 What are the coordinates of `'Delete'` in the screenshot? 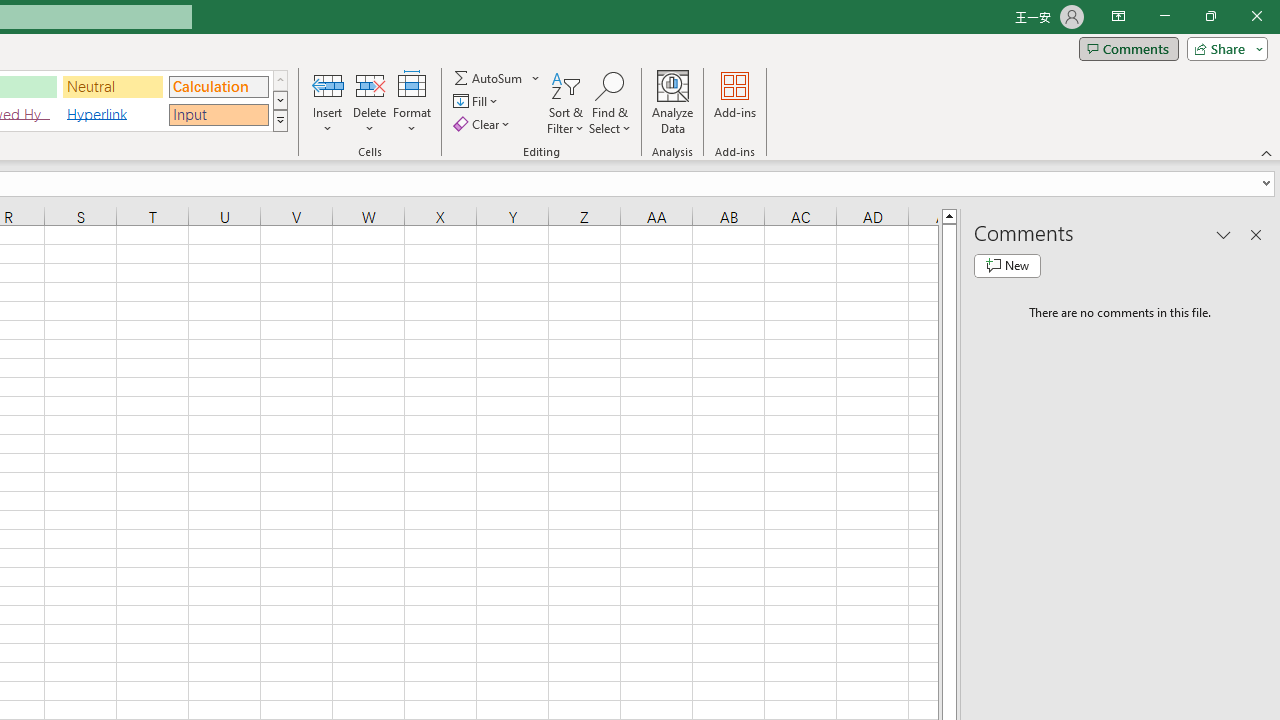 It's located at (369, 103).